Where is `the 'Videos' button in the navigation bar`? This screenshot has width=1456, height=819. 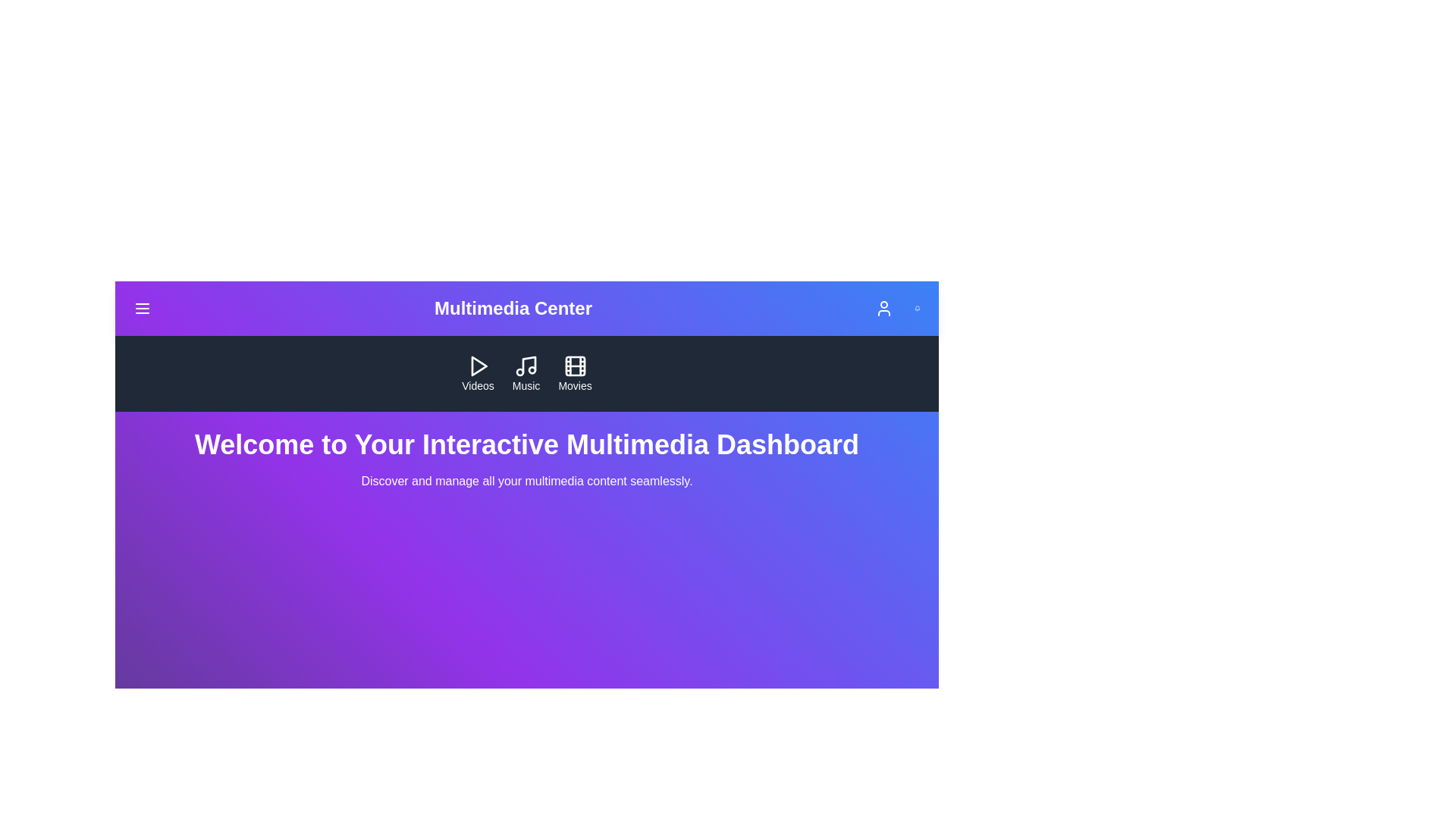
the 'Videos' button in the navigation bar is located at coordinates (476, 374).